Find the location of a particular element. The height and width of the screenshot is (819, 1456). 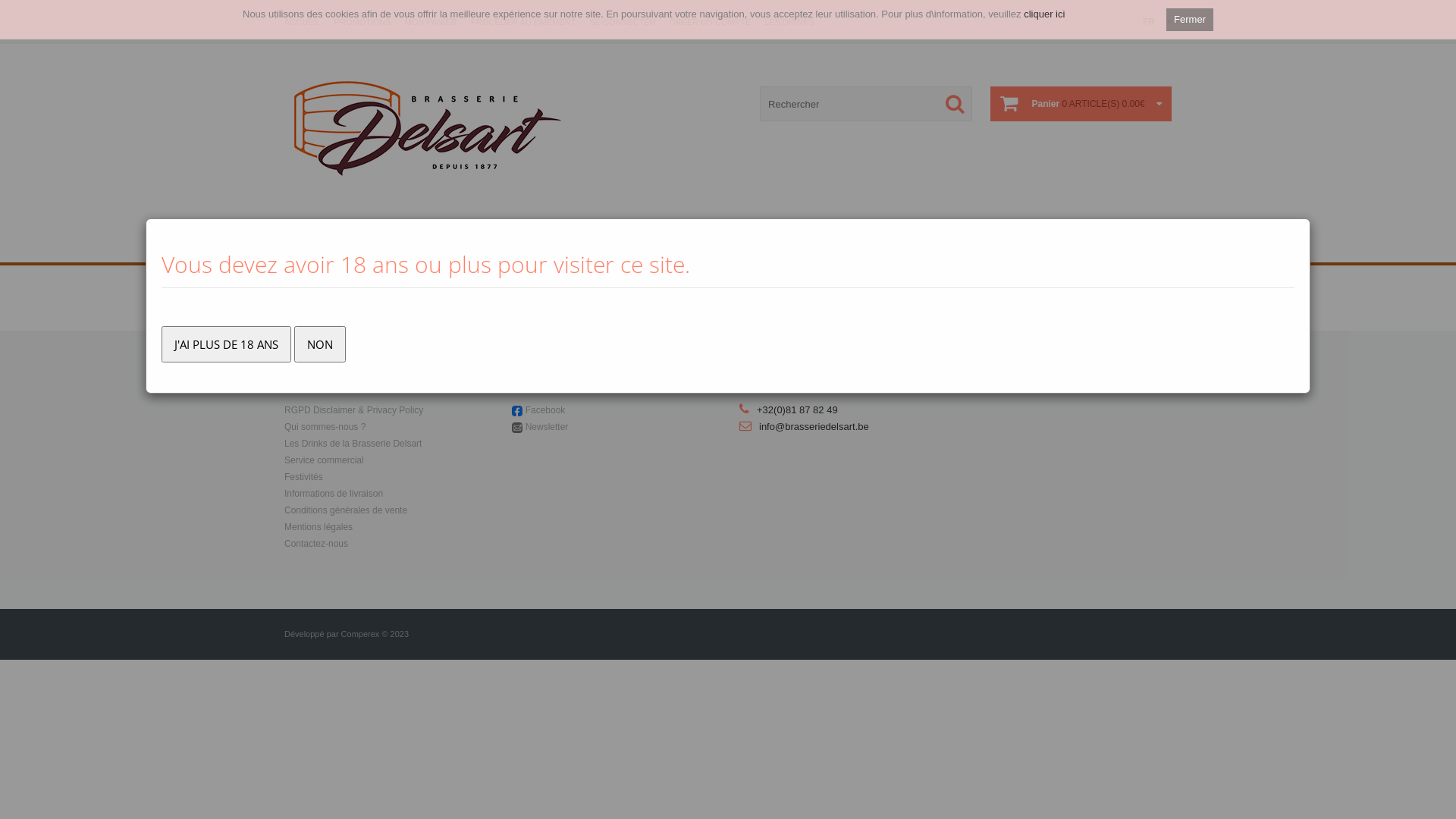

'Comperex' is located at coordinates (359, 634).